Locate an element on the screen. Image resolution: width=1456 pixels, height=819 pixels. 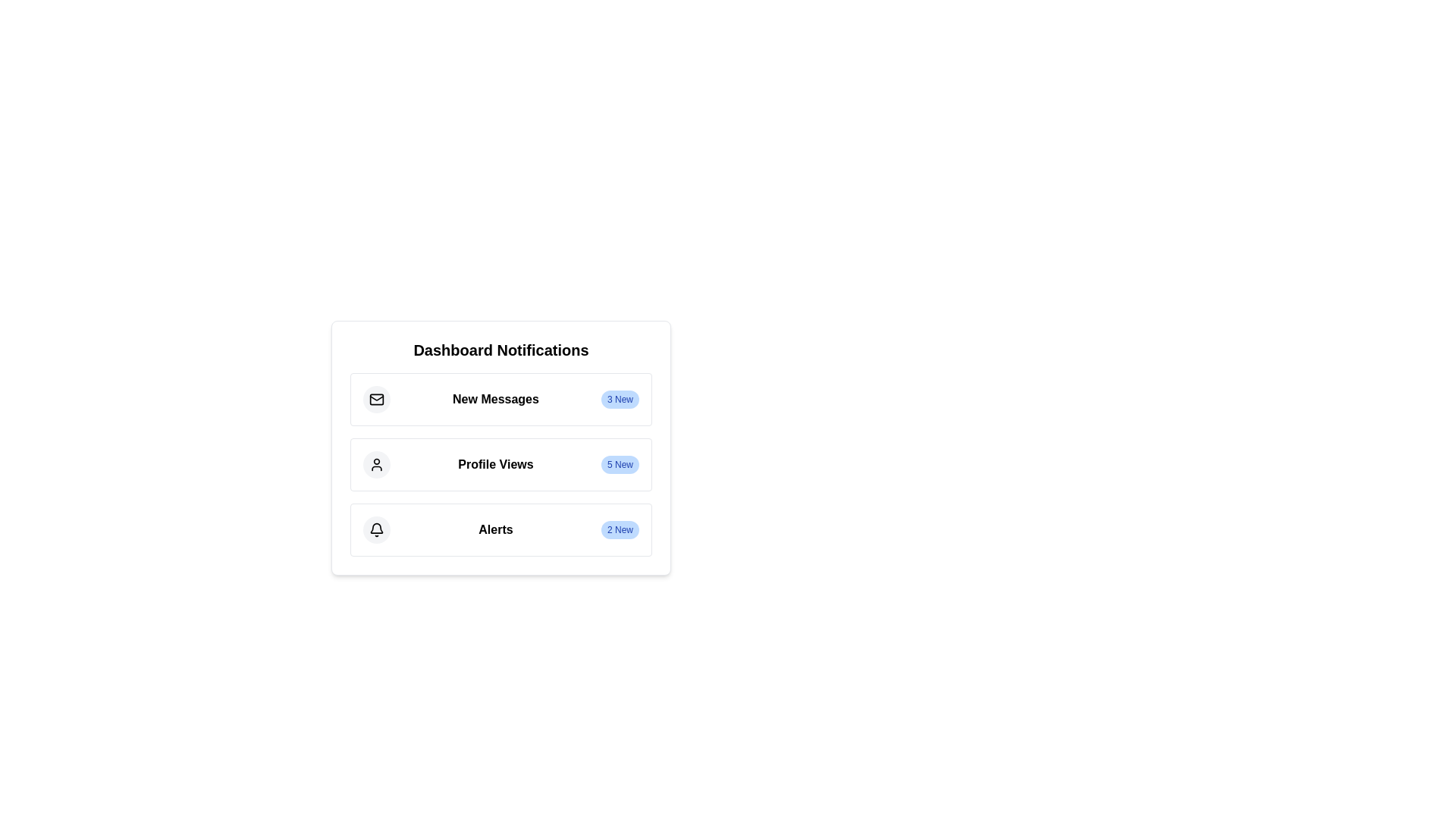
the notification icon, which is a circular light gray icon with a black bell symbol located in the left region of the 'Alerts' row is located at coordinates (377, 529).